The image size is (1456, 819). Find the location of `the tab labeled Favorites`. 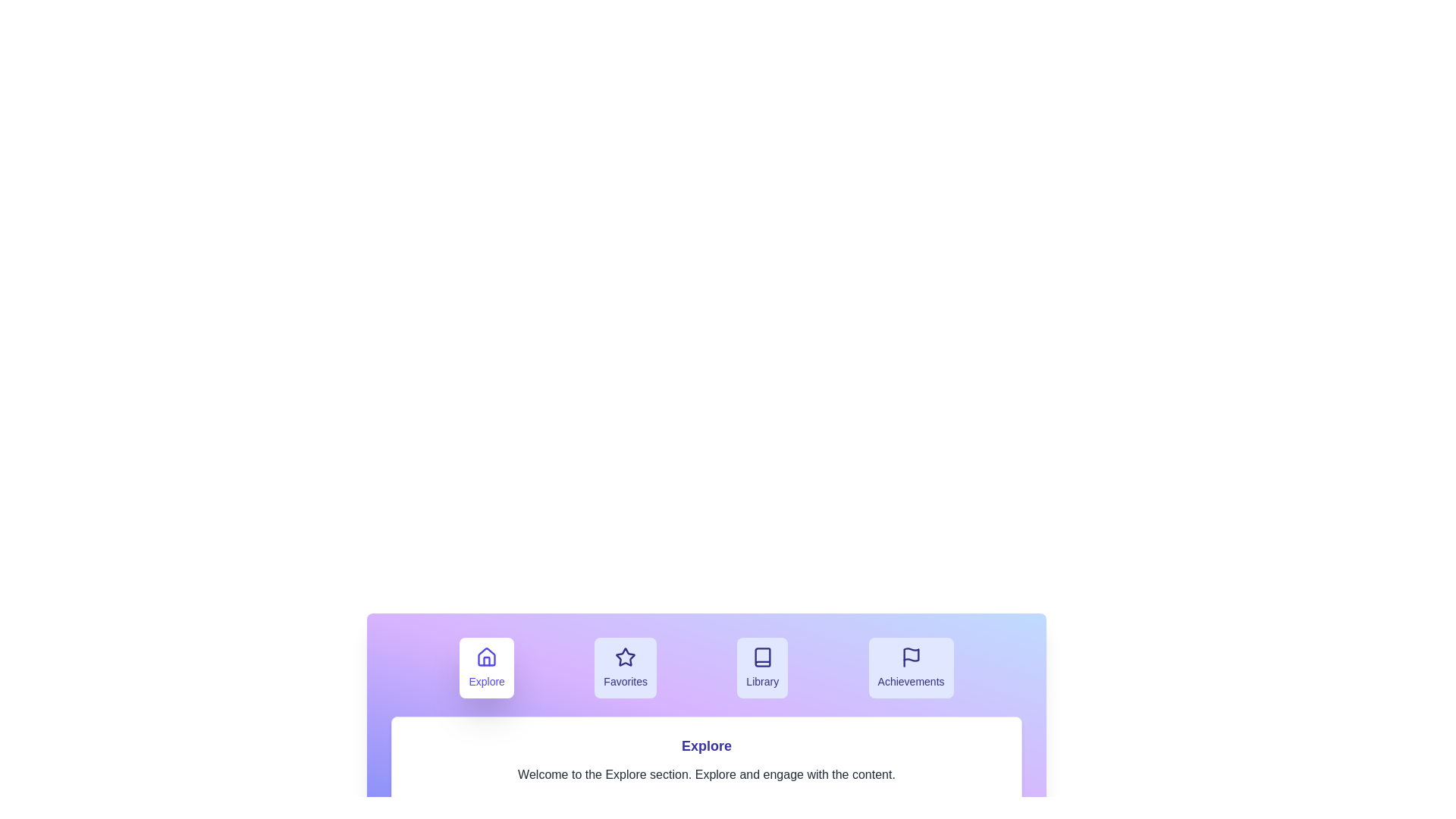

the tab labeled Favorites is located at coordinates (626, 667).